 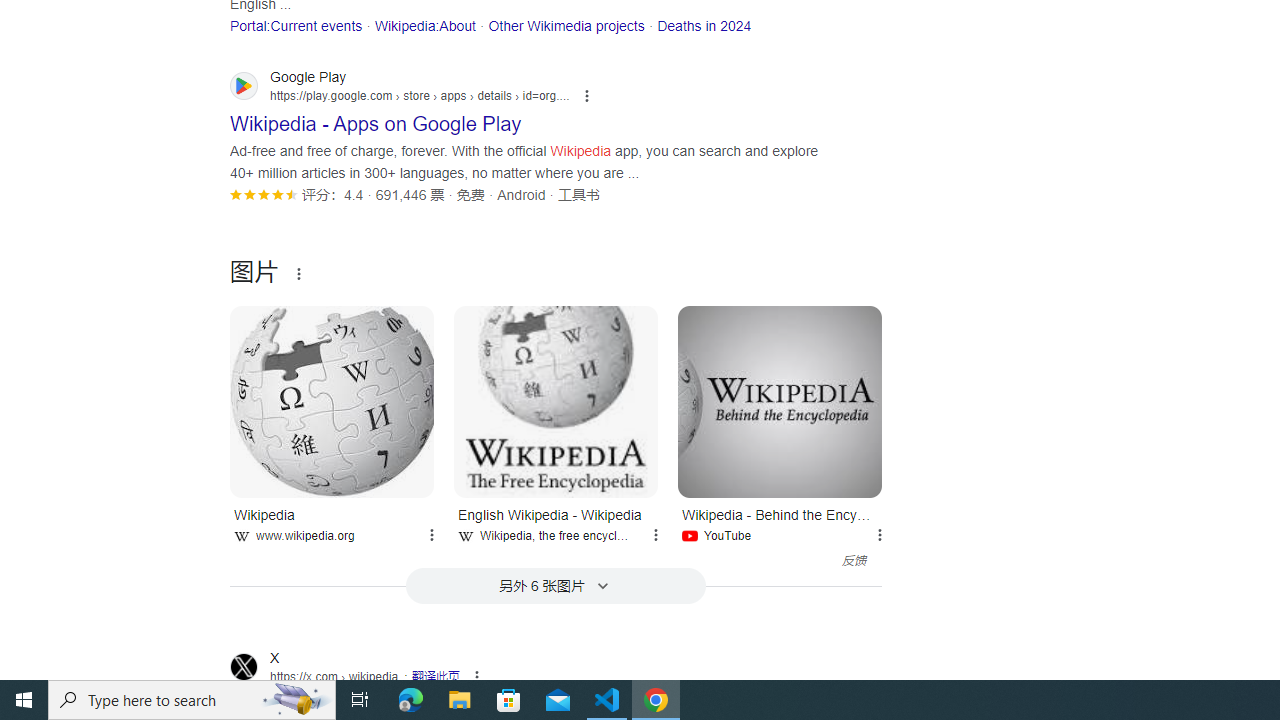 What do you see at coordinates (565, 25) in the screenshot?
I see `'Other Wikimedia projects'` at bounding box center [565, 25].